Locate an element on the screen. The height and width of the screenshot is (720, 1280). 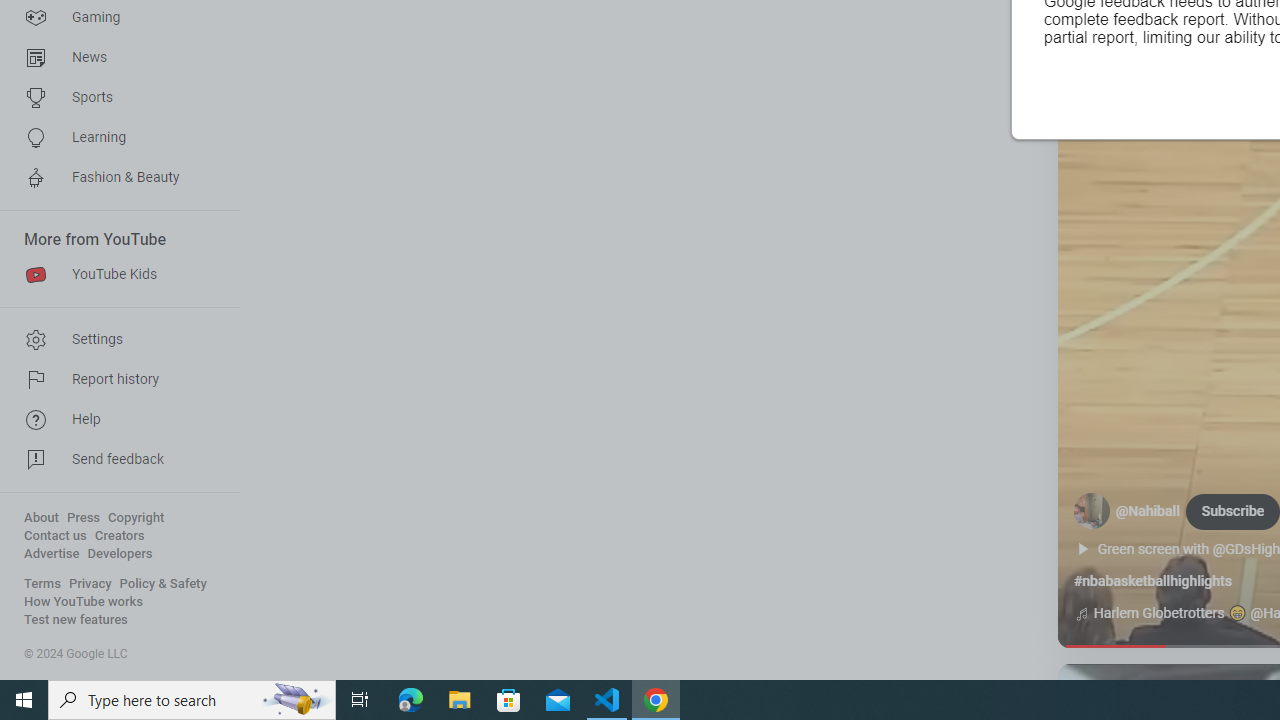
'#nbabasketballhighlights' is located at coordinates (1152, 581).